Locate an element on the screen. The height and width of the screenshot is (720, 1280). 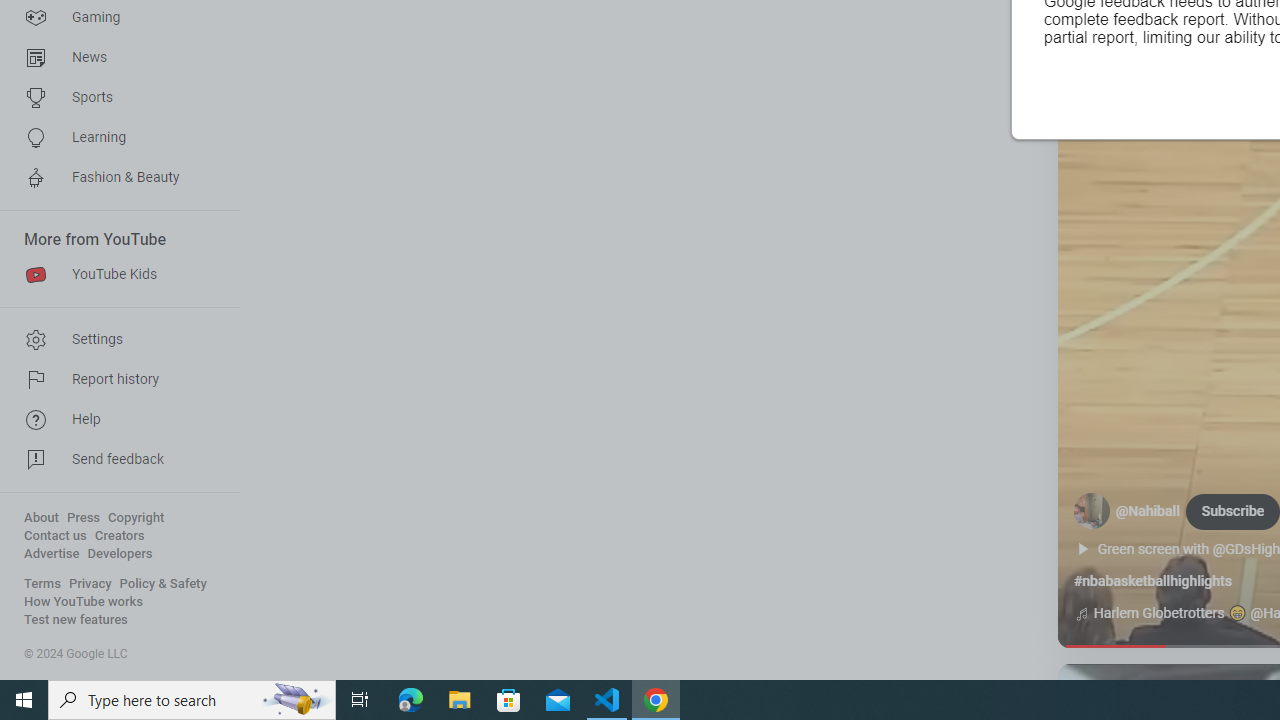
'#nbabasketballhighlights' is located at coordinates (1152, 581).